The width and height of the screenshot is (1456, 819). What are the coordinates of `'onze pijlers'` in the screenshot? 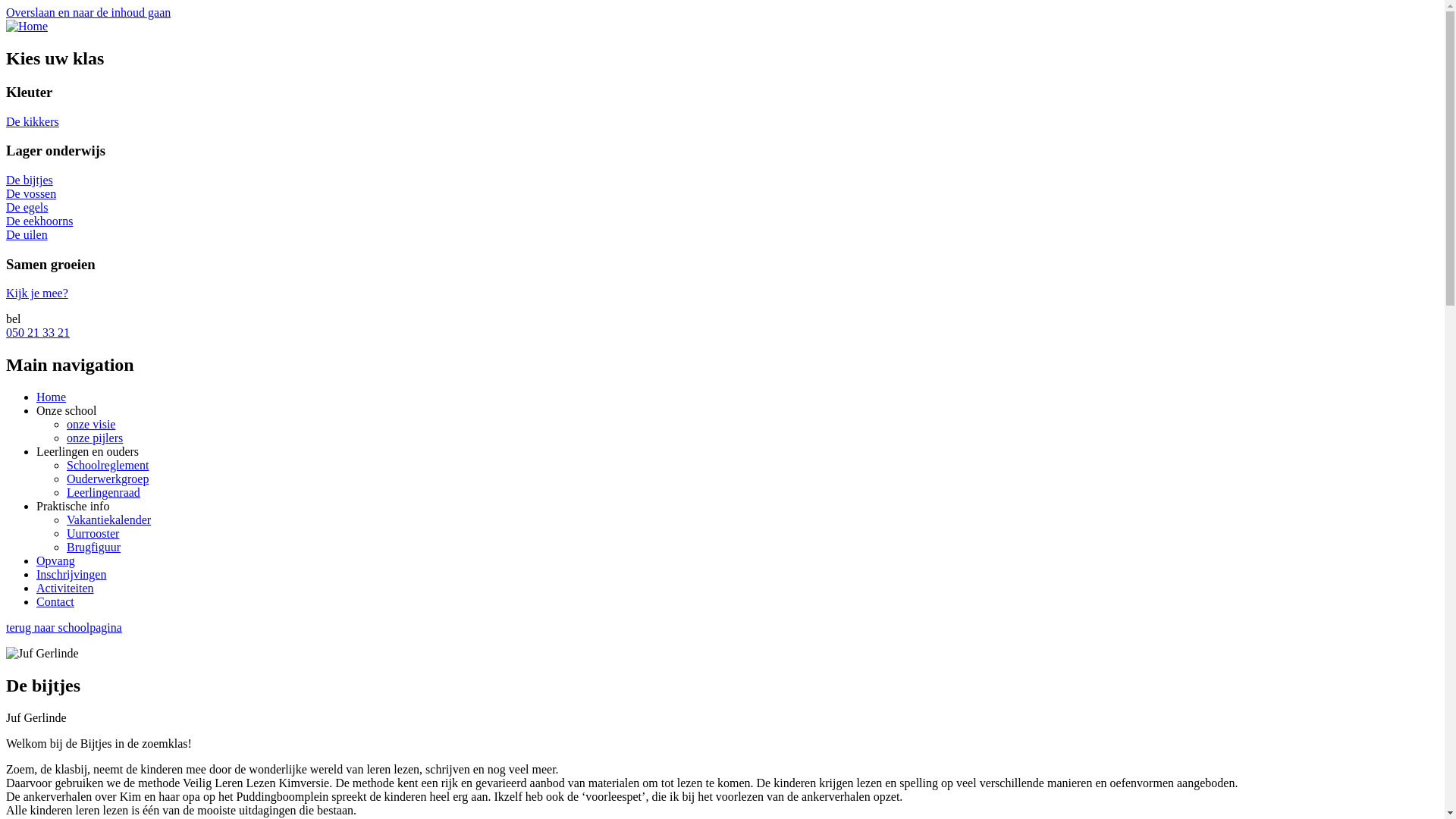 It's located at (93, 438).